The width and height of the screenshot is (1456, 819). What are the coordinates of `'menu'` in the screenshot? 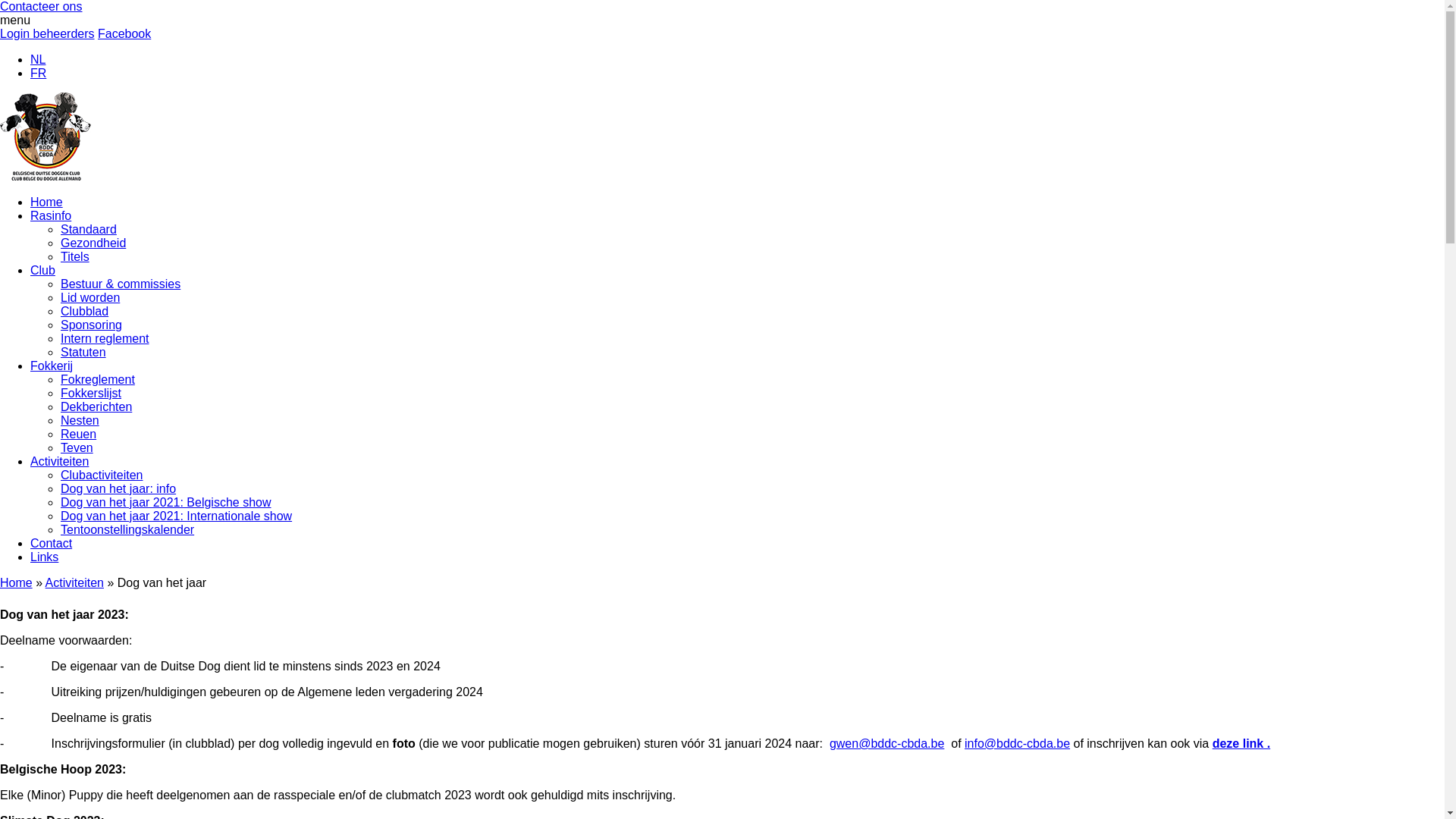 It's located at (14, 20).